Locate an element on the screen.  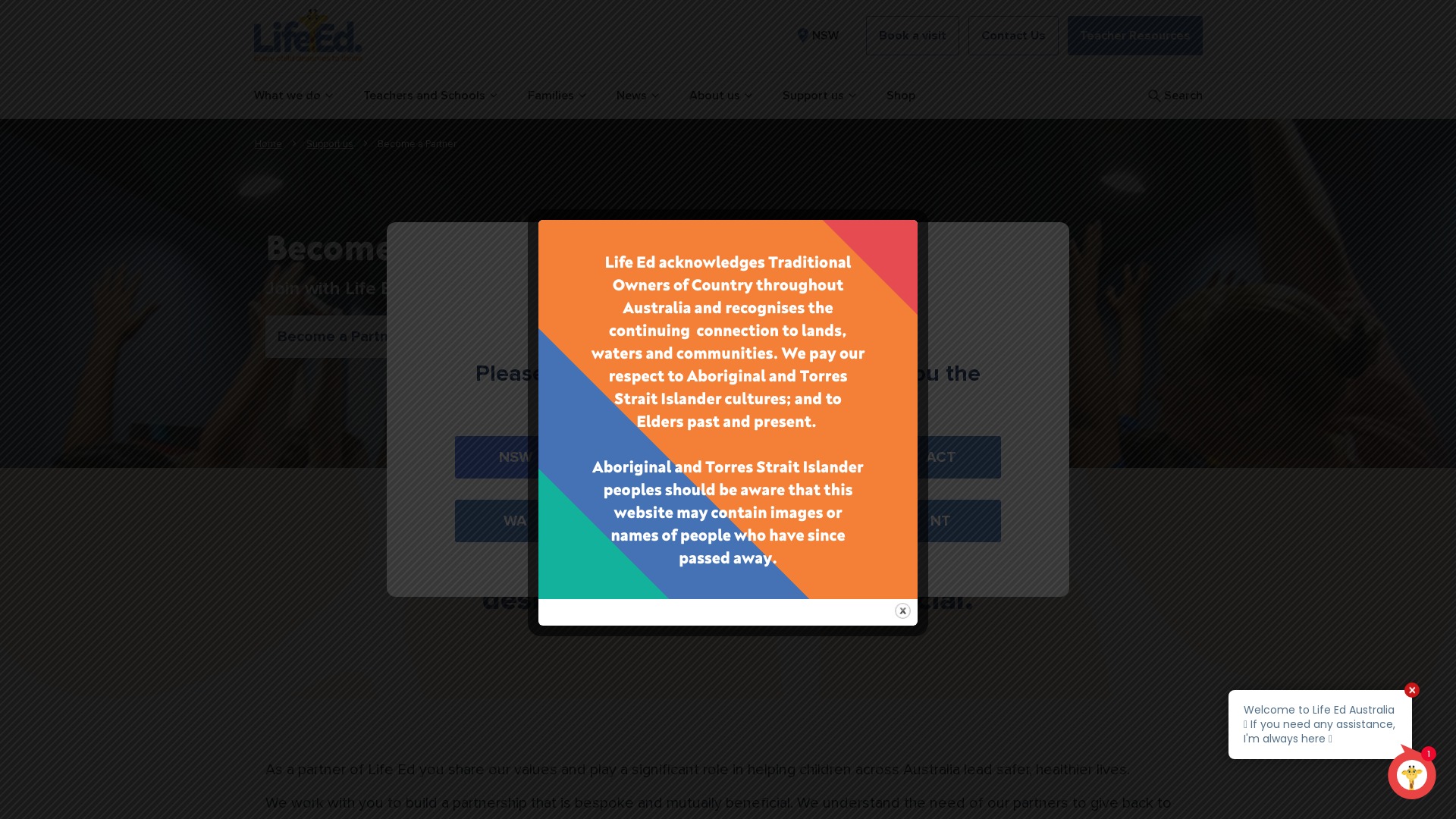
'Teachers and Schools' is located at coordinates (428, 96).